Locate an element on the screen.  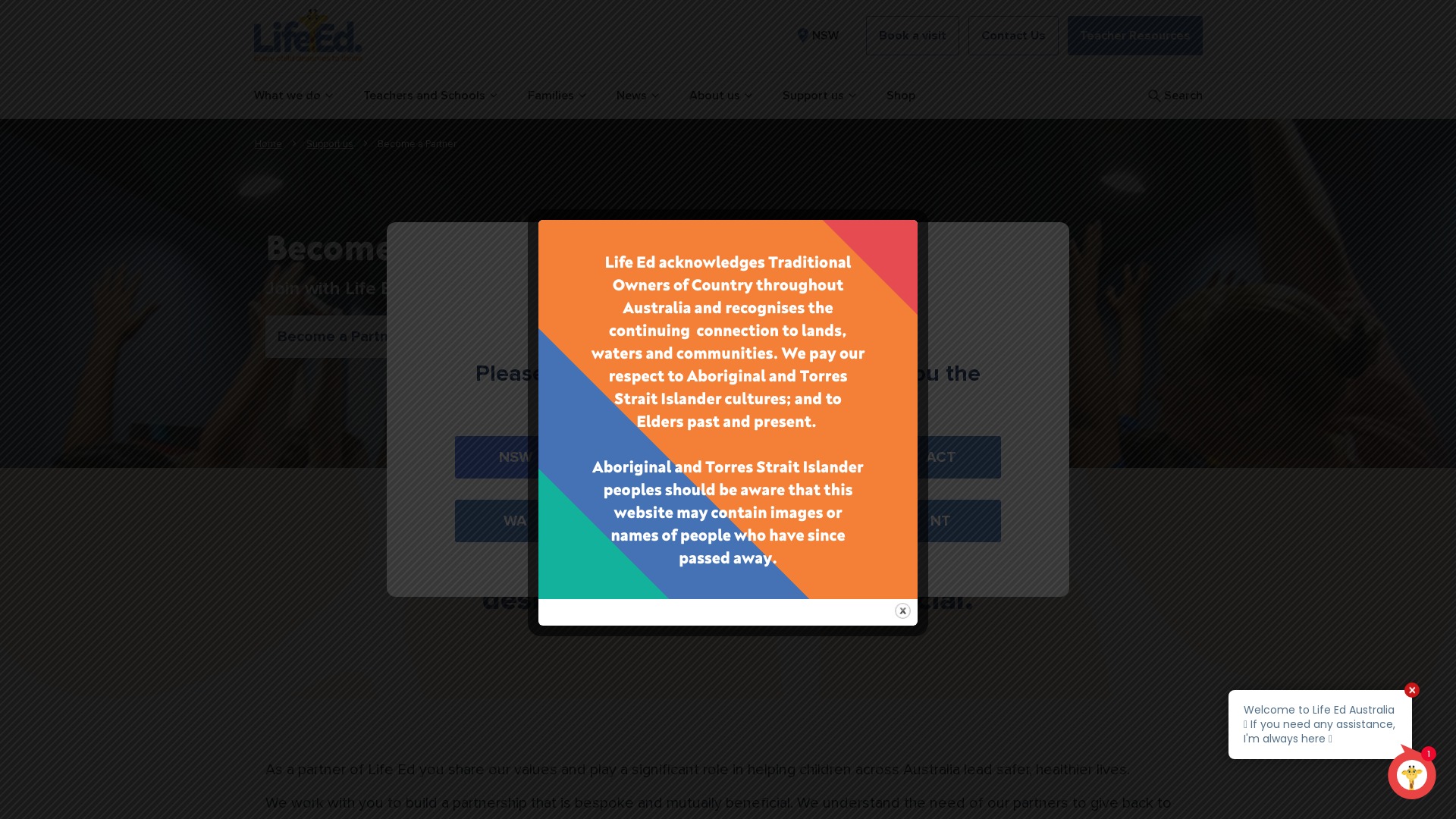
'Teachers and Schools' is located at coordinates (428, 96).